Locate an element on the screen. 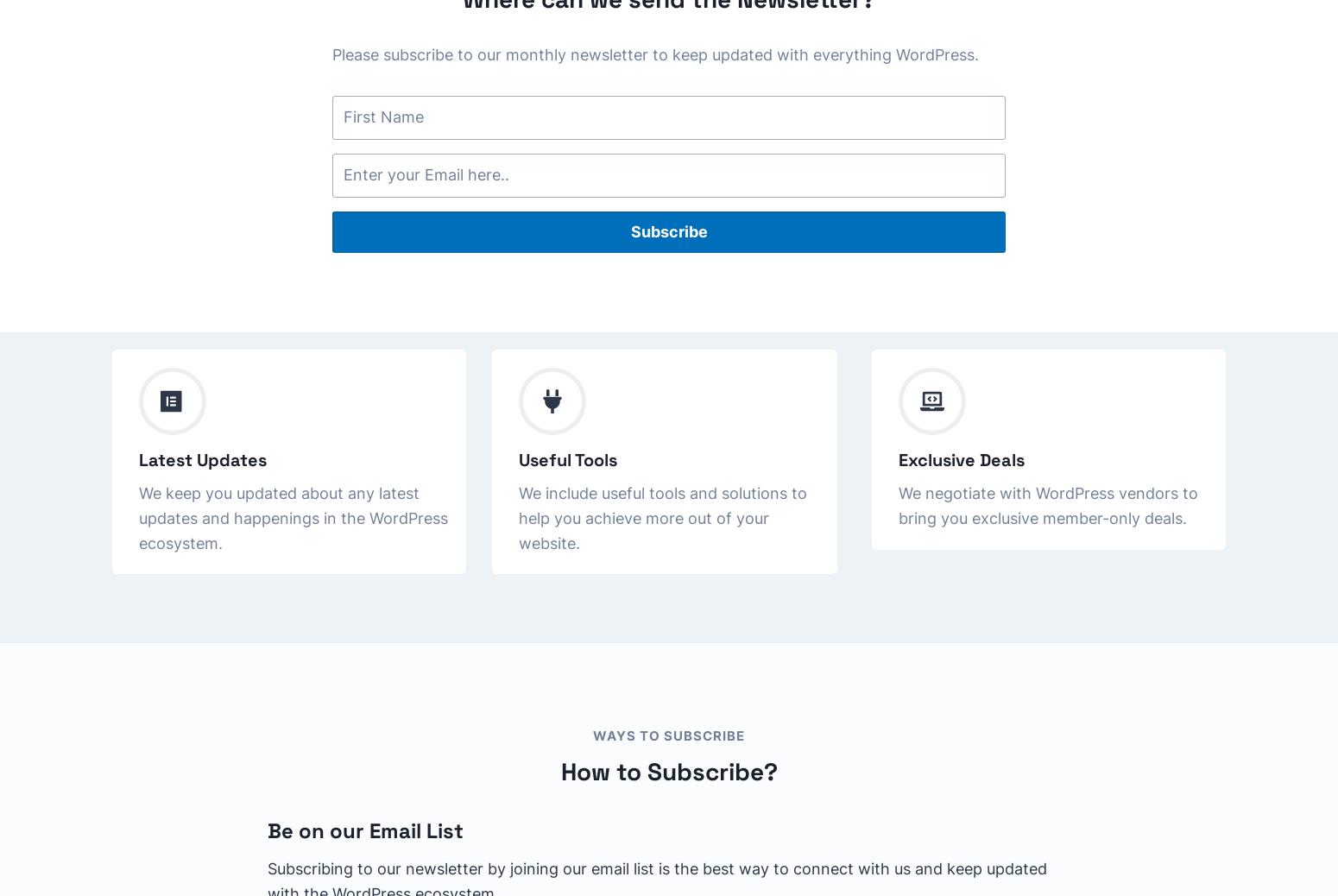 The width and height of the screenshot is (1338, 896). 'We include useful tools and solutions to help you achieve more out of your website.' is located at coordinates (663, 516).